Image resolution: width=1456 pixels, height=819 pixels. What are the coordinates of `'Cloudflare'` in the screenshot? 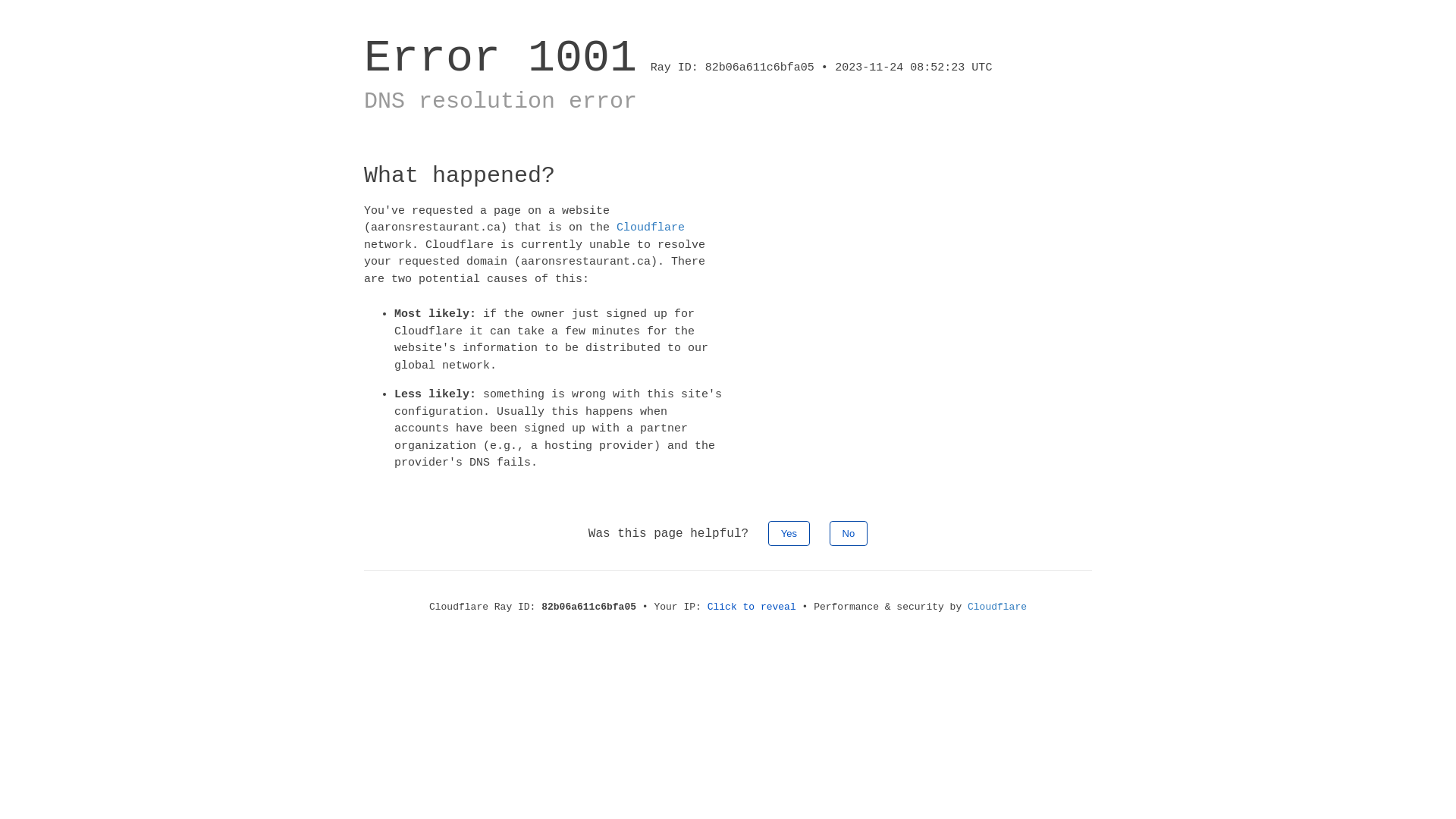 It's located at (997, 605).